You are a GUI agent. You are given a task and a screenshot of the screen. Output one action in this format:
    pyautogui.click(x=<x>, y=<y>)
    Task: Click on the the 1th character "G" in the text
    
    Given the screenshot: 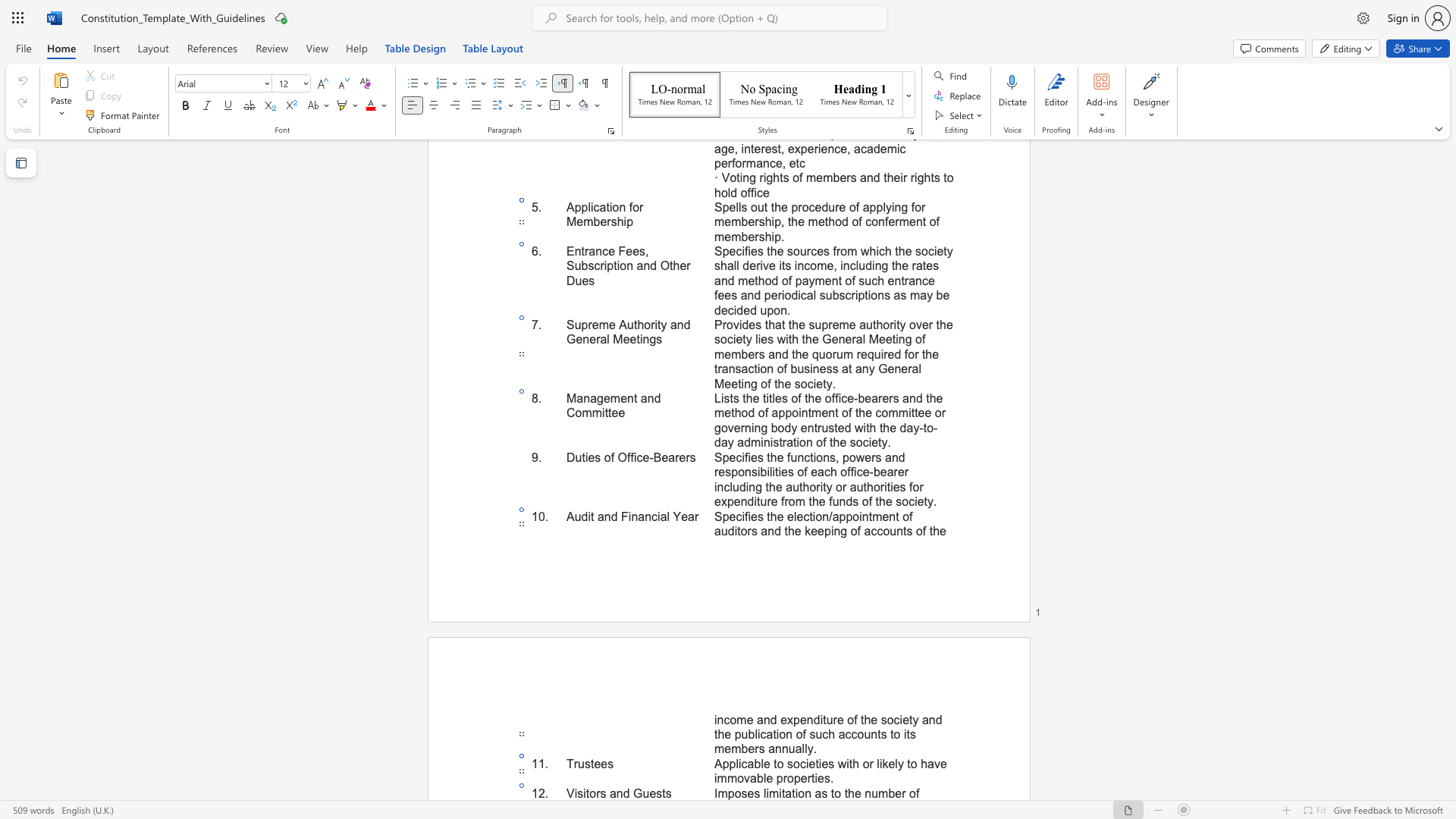 What is the action you would take?
    pyautogui.click(x=638, y=792)
    